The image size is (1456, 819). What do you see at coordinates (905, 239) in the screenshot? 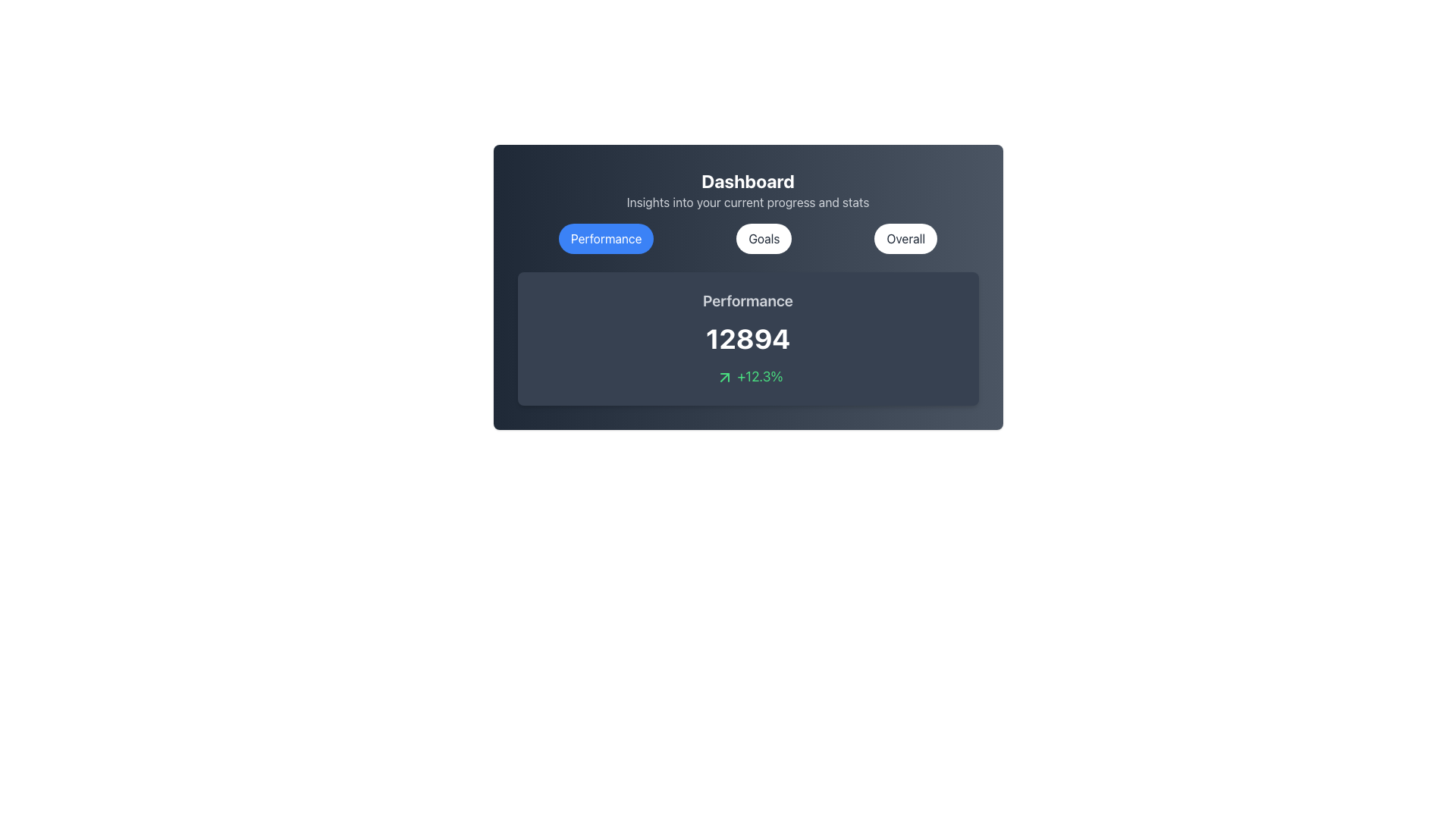
I see `the 'Overall' button, which is the third button in a group of three horizontally aligned buttons, styled as a rounded rectangle with a white background and gray text` at bounding box center [905, 239].